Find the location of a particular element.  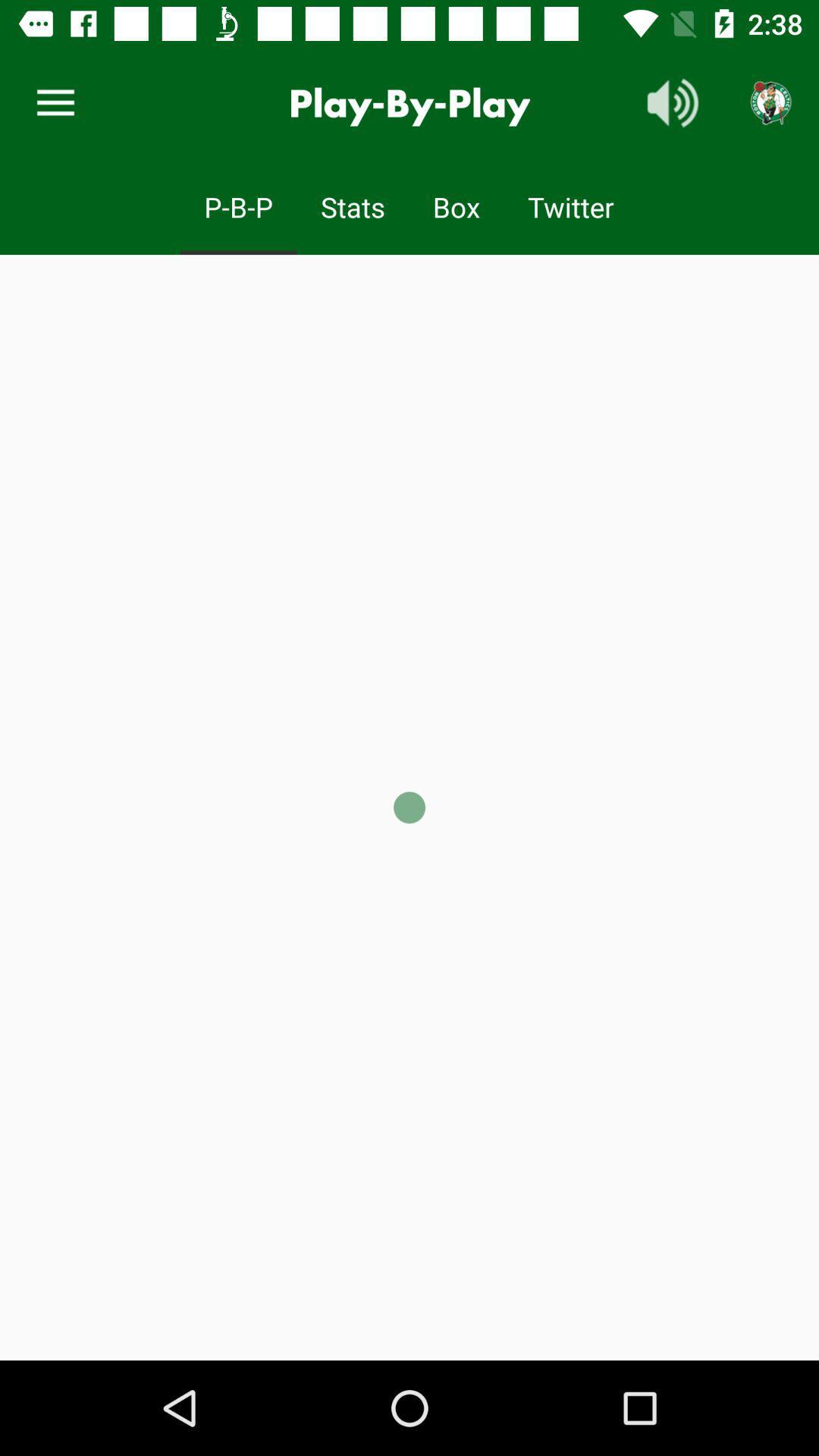

the icon to the right of the play-by-play icon is located at coordinates (672, 102).